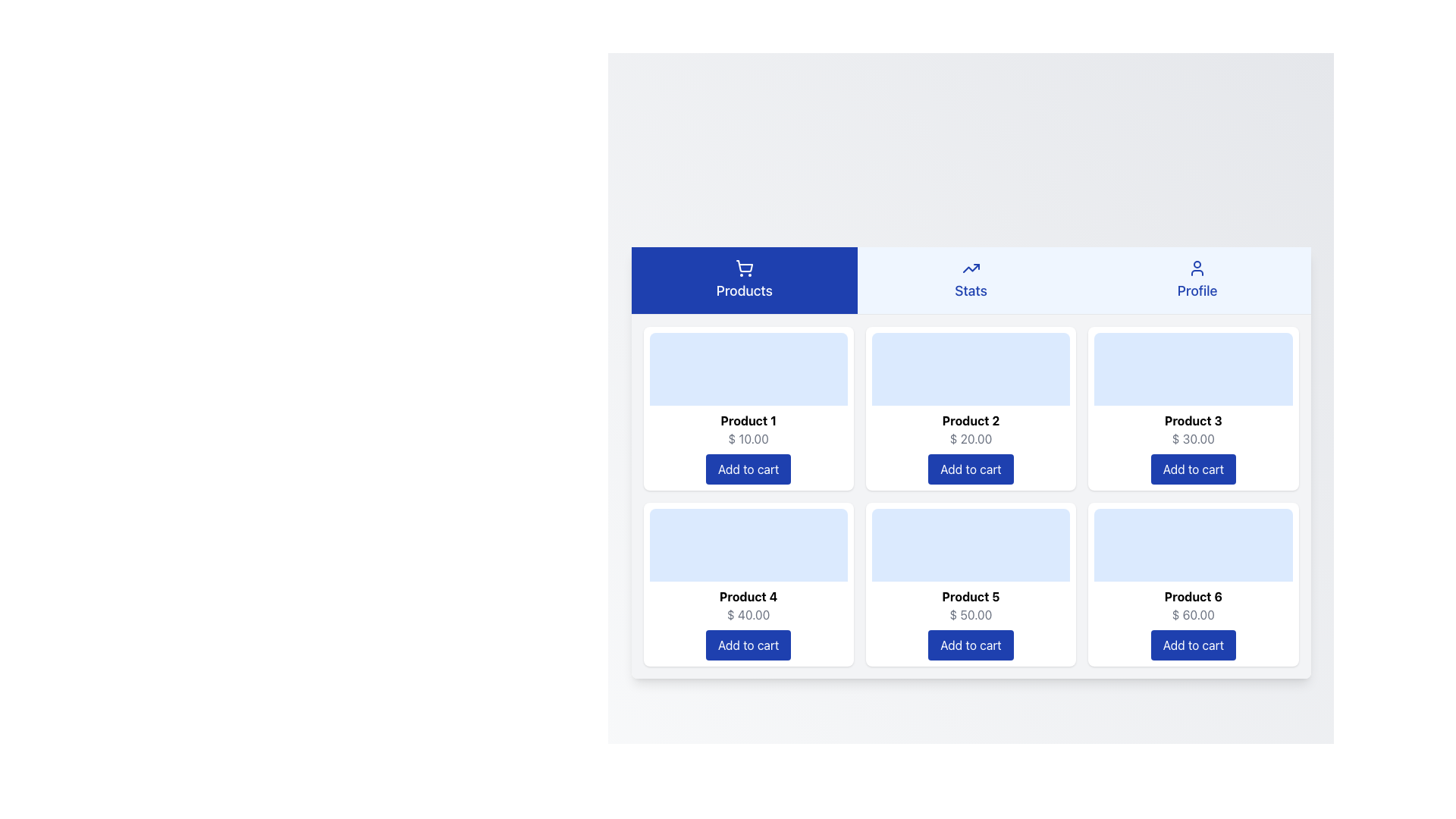  What do you see at coordinates (1192, 645) in the screenshot?
I see `the 'Add to Cart' button located at the bottom-right of the 'Product 6' card to trigger focus or tooltip effects` at bounding box center [1192, 645].